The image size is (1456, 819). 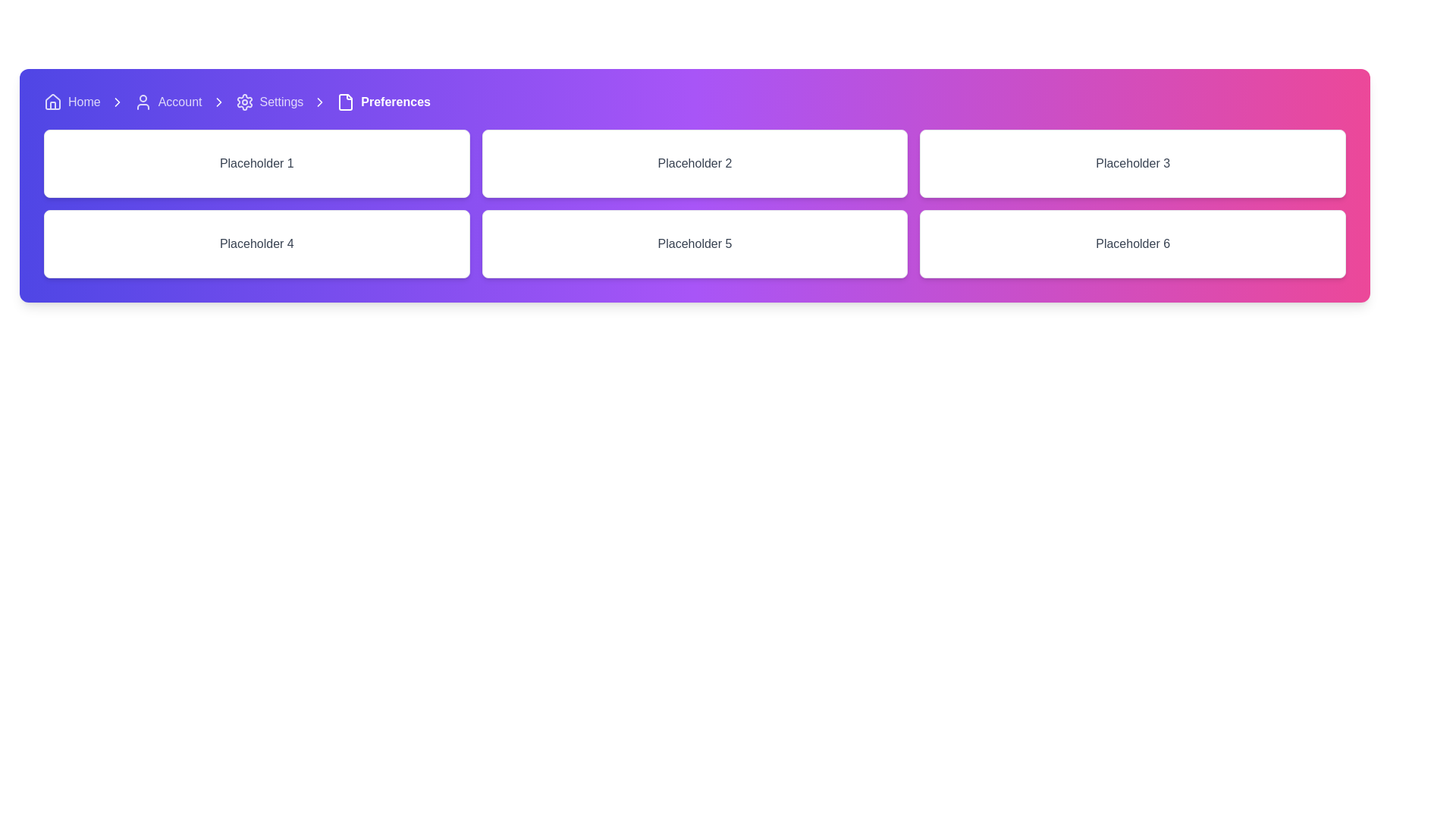 What do you see at coordinates (71, 102) in the screenshot?
I see `the 'Home' link with the house-shaped icon in the breadcrumb navigation bar` at bounding box center [71, 102].